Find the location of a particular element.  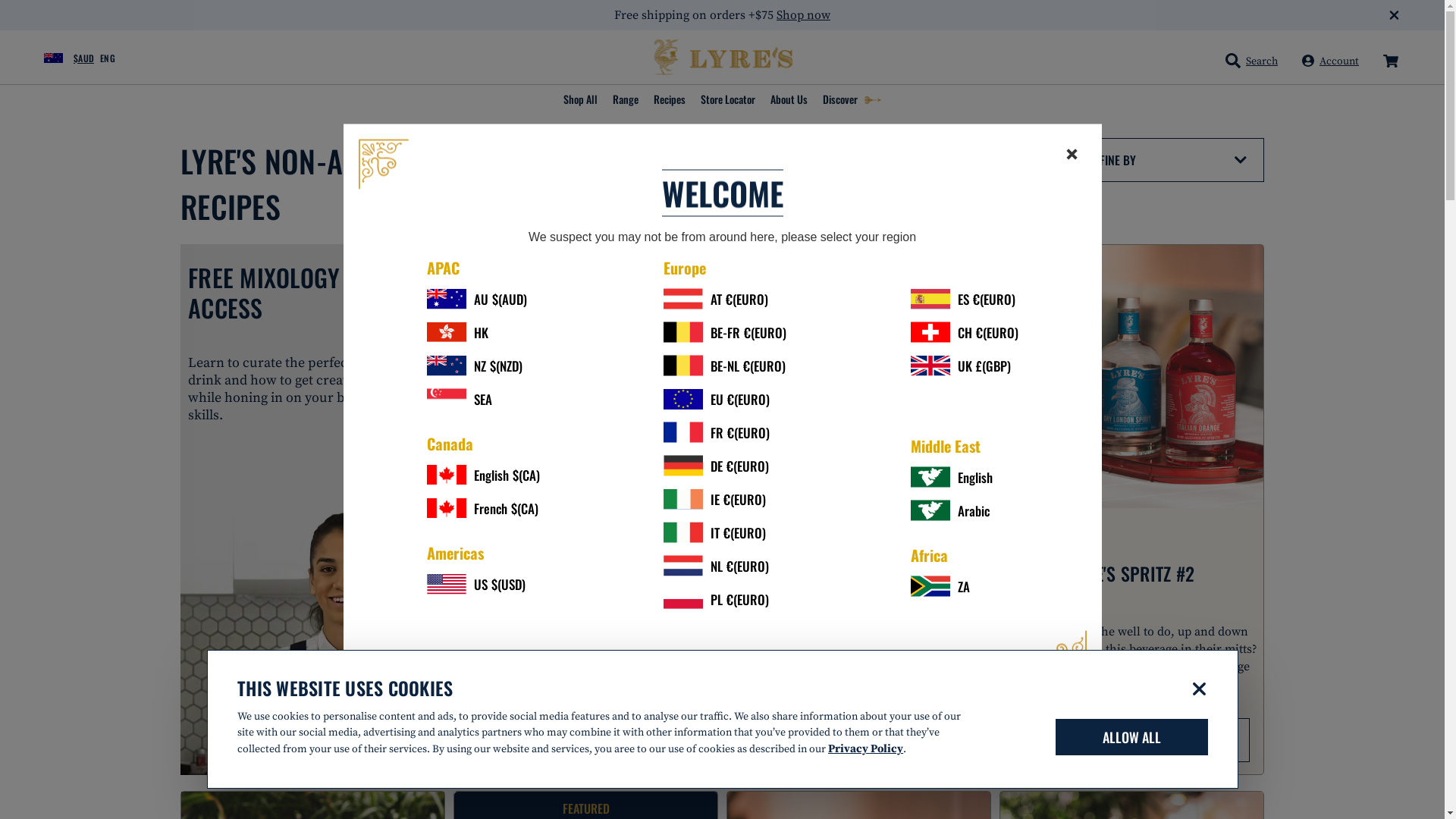

'VIEW RECIPE' is located at coordinates (468, 739).